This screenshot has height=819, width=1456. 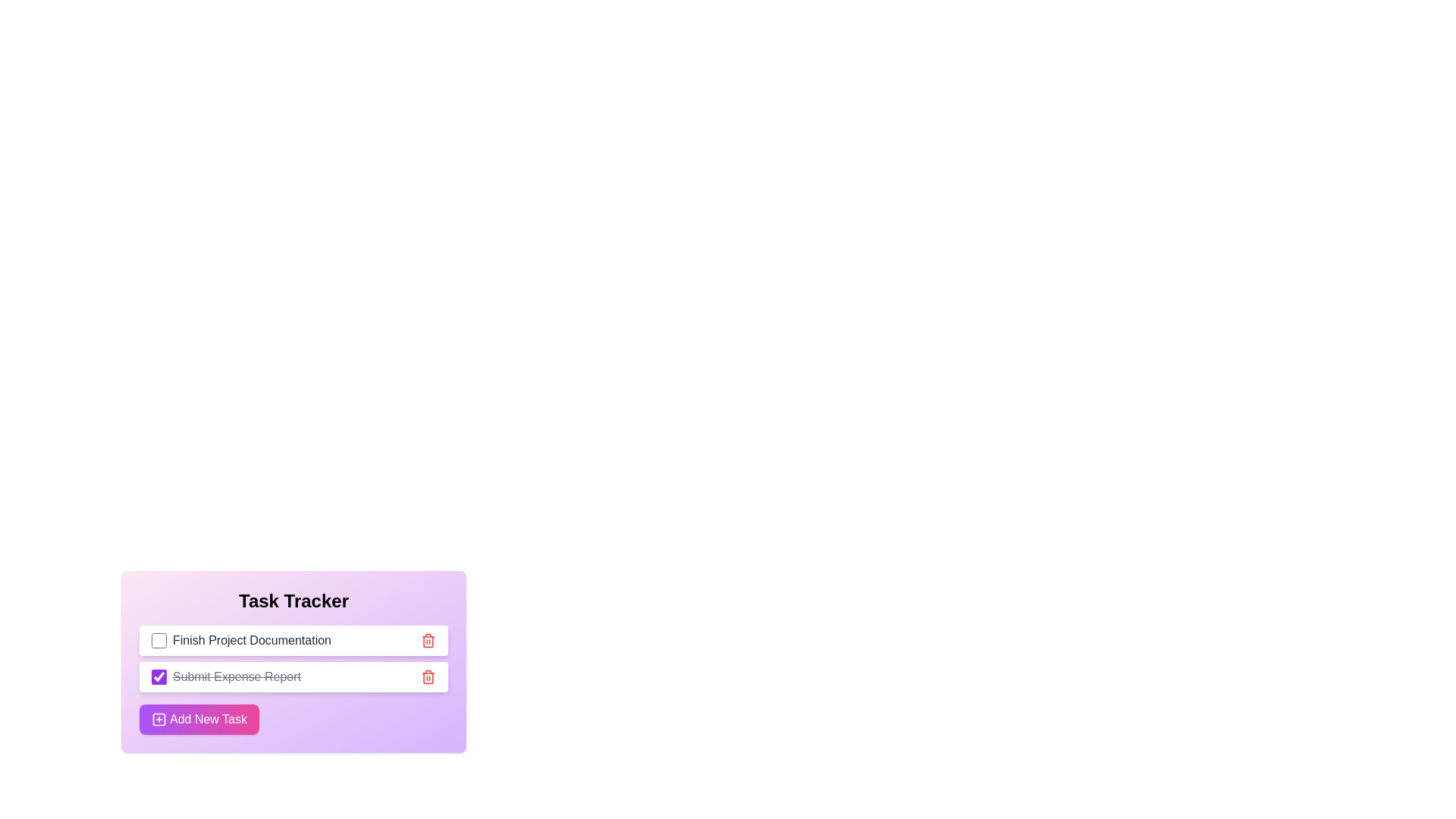 I want to click on the trashcan icon button, which is styled in red and signifies a delete function, located at the far-right end of the 'Submit Expense Report' task entry, so click(x=428, y=676).